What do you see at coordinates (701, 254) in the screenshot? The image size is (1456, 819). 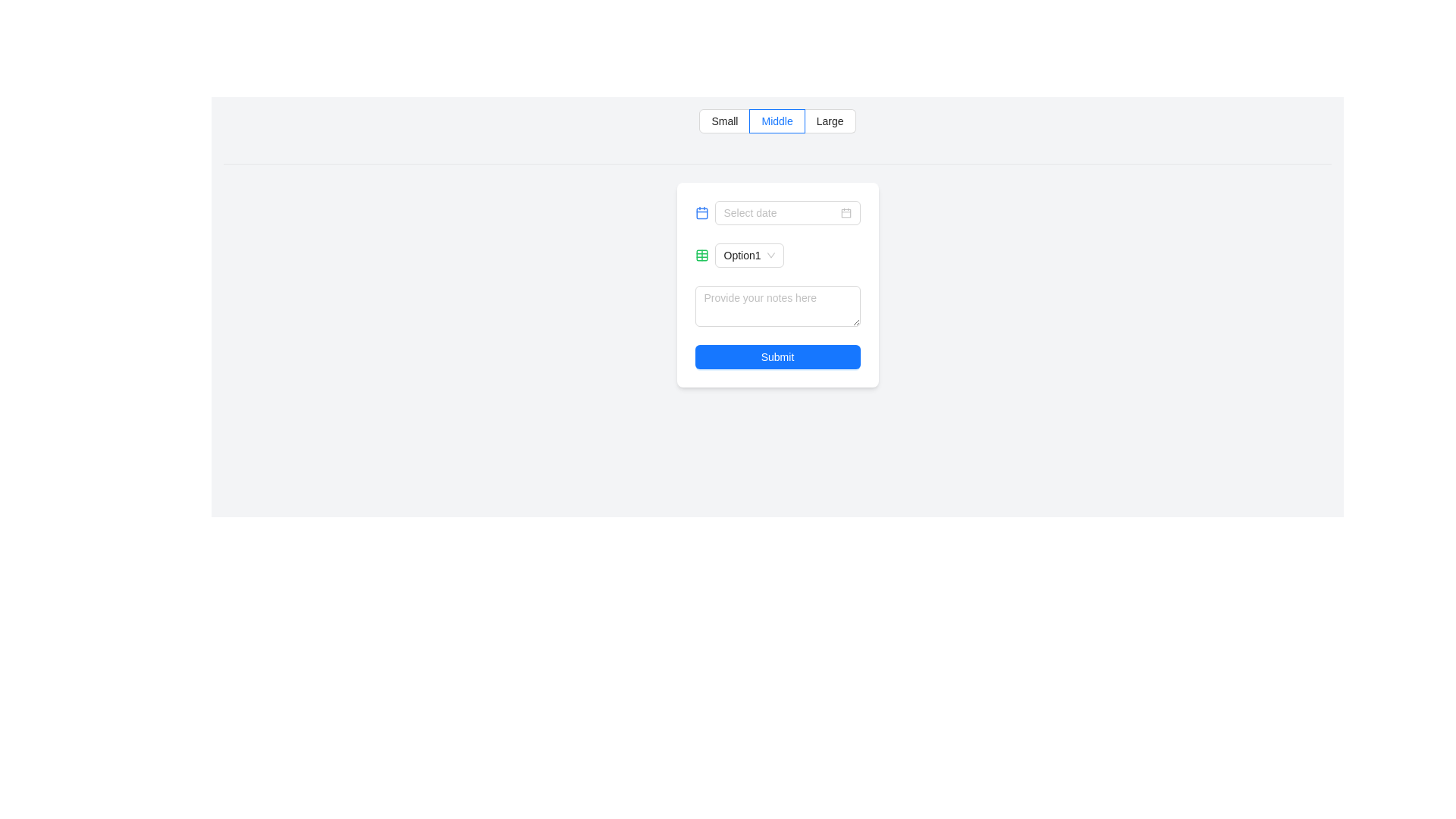 I see `the SVG vector graphic representation of a cell within the second row and first column of the table layout, located to the left of the 'Option1' dropdown` at bounding box center [701, 254].